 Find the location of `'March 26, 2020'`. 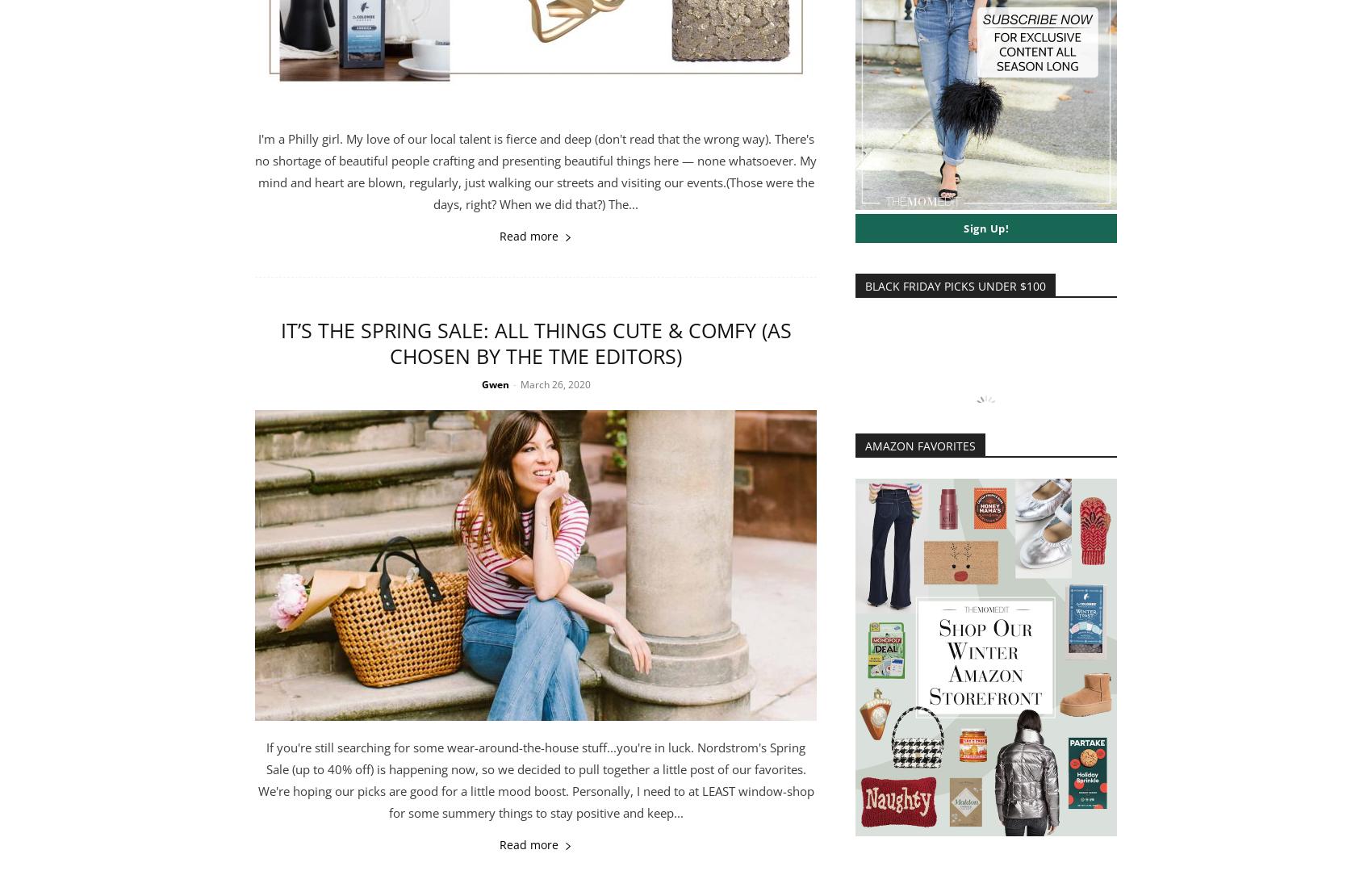

'March 26, 2020' is located at coordinates (554, 383).